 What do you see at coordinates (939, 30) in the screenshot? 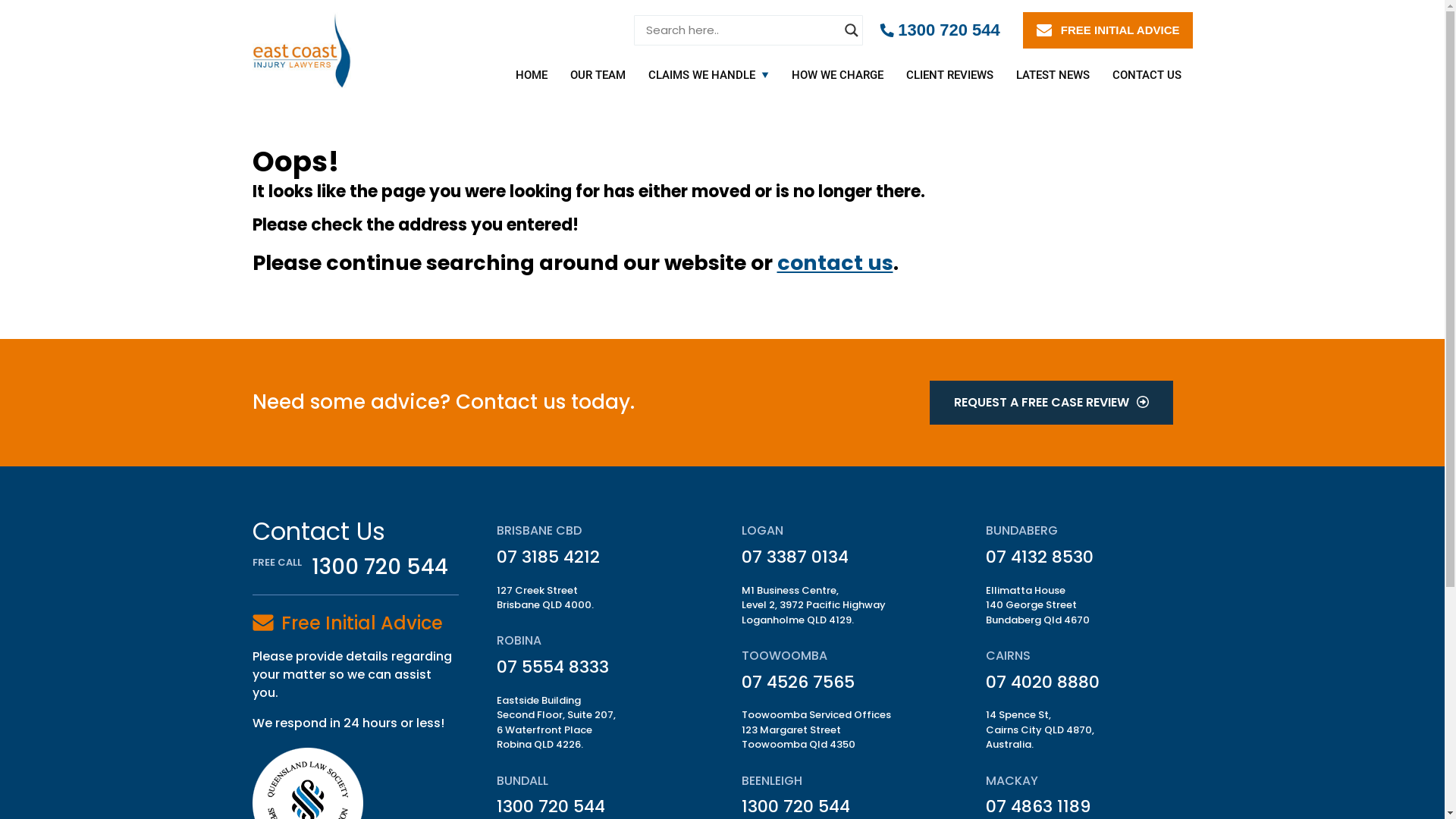
I see `'1300 720 544'` at bounding box center [939, 30].